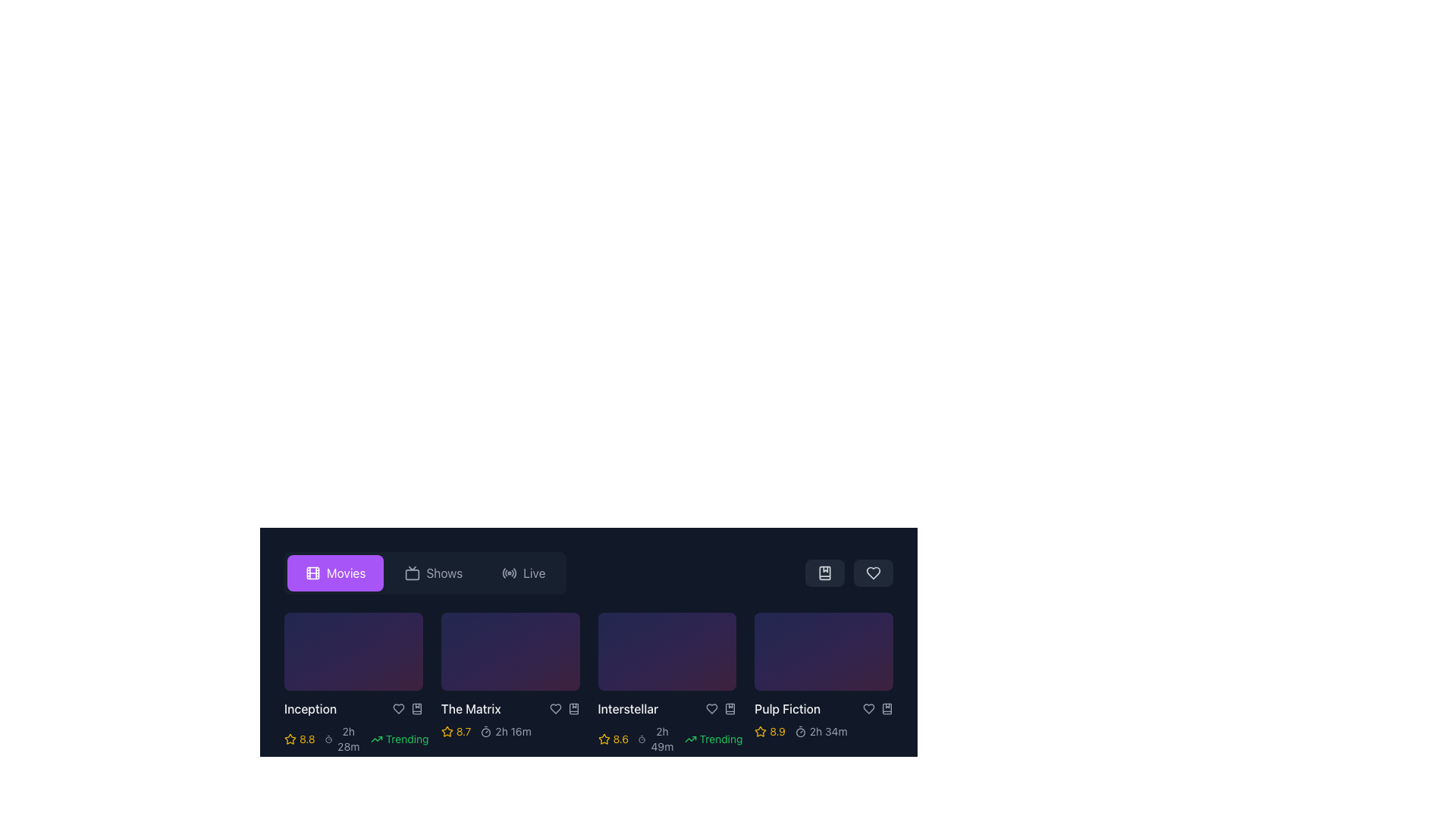  I want to click on the static text label displaying the title 'Interstellar', which is the third title in a horizontally arranged list of movie titles, so click(628, 708).